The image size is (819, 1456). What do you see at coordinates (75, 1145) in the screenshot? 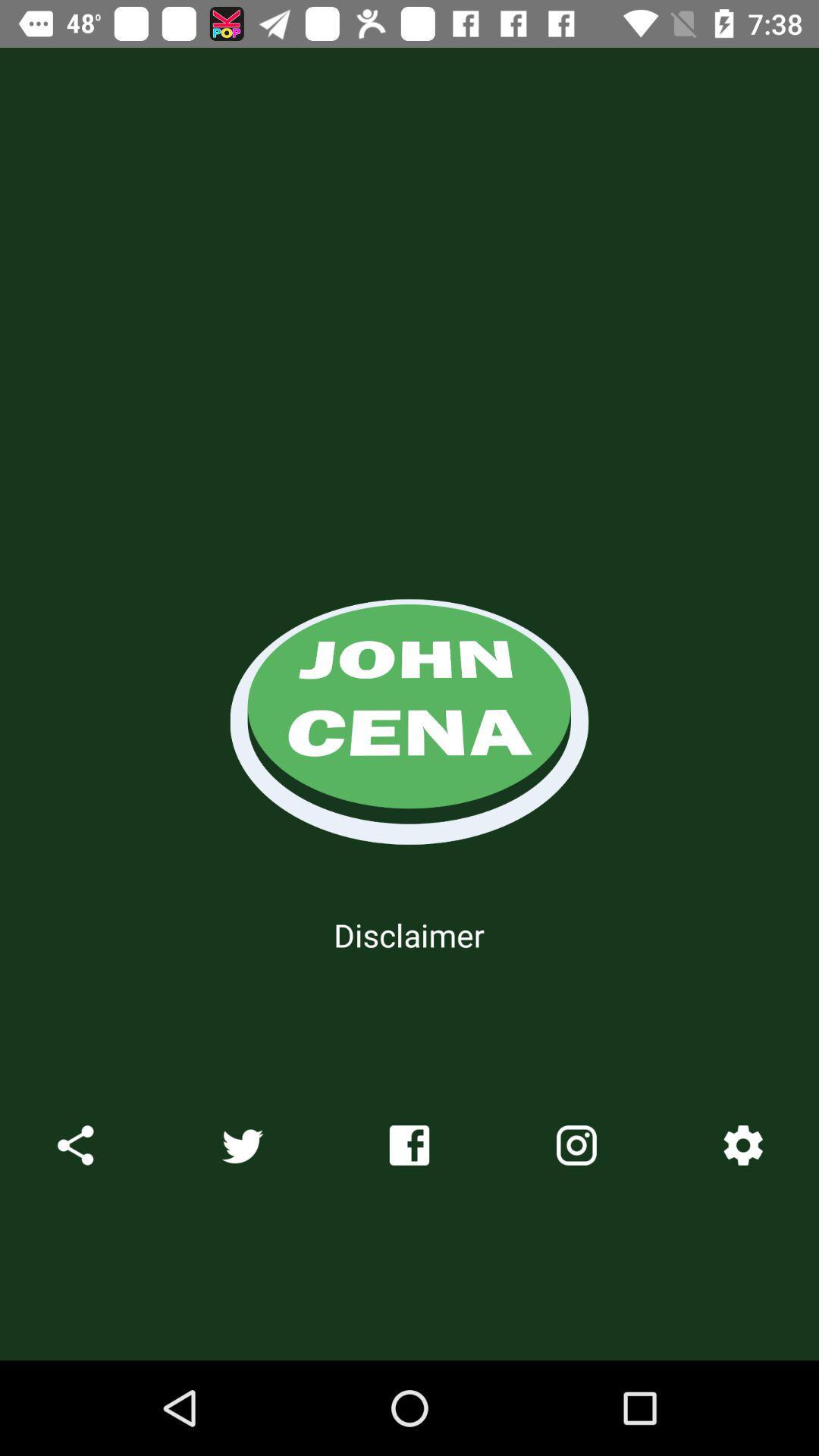
I see `the share icon` at bounding box center [75, 1145].